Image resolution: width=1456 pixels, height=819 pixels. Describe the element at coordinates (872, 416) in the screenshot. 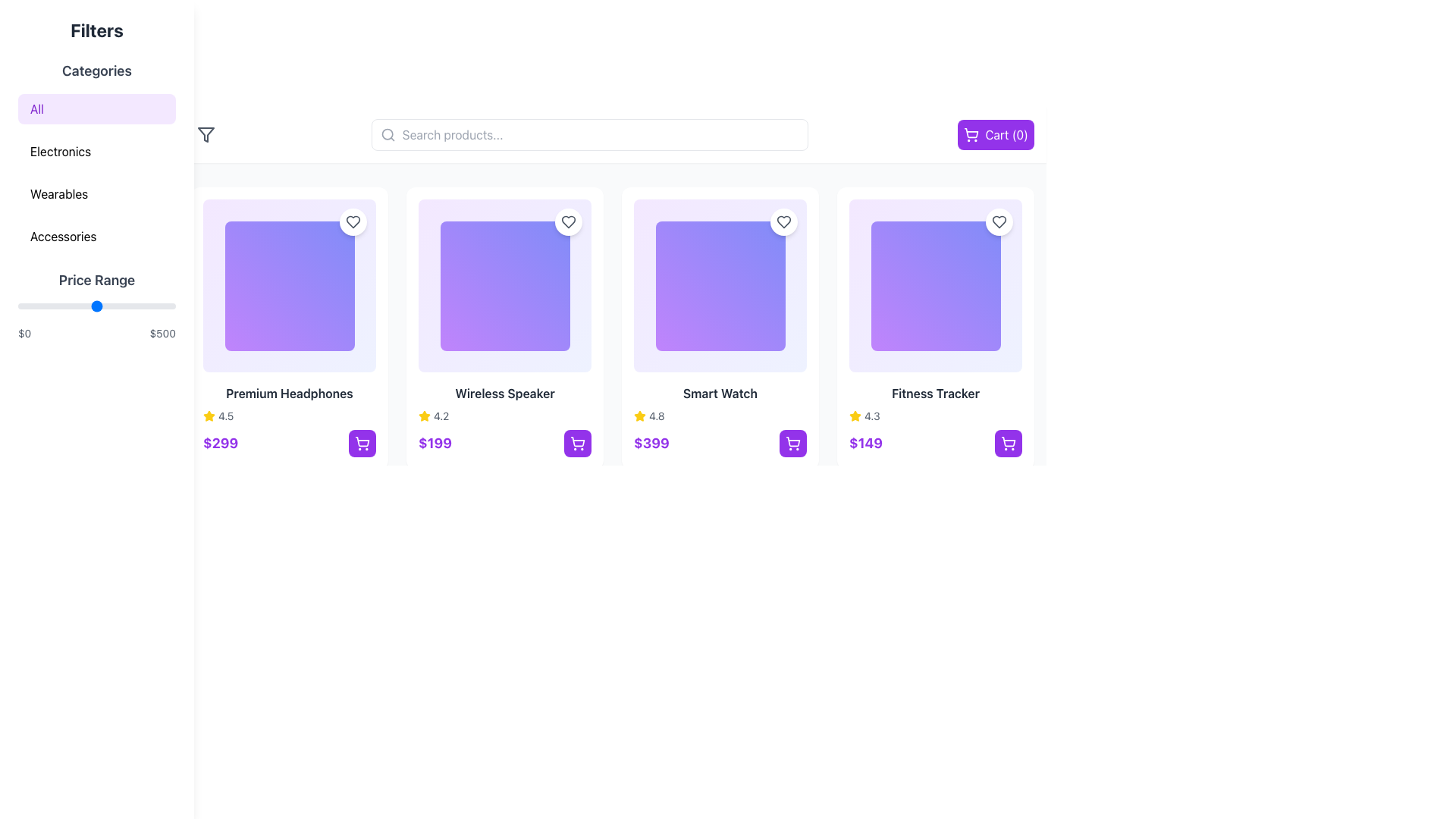

I see `the text component that displays the rating value for the 'Fitness Tracker' product, located in the fourth column of the product listing grid, next to the yellow star icon` at that location.